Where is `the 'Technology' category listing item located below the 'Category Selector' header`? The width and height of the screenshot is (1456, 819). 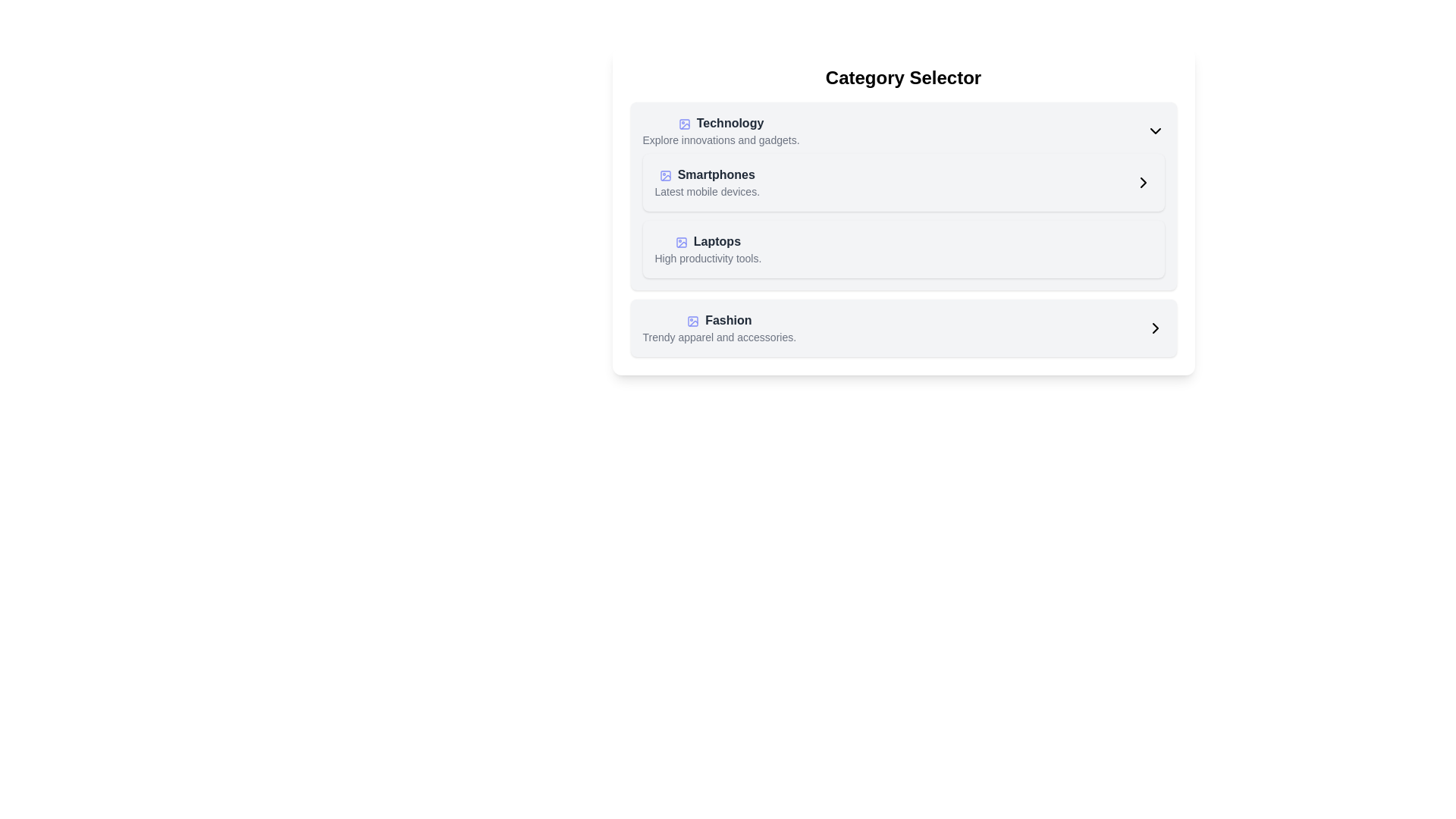 the 'Technology' category listing item located below the 'Category Selector' header is located at coordinates (720, 130).